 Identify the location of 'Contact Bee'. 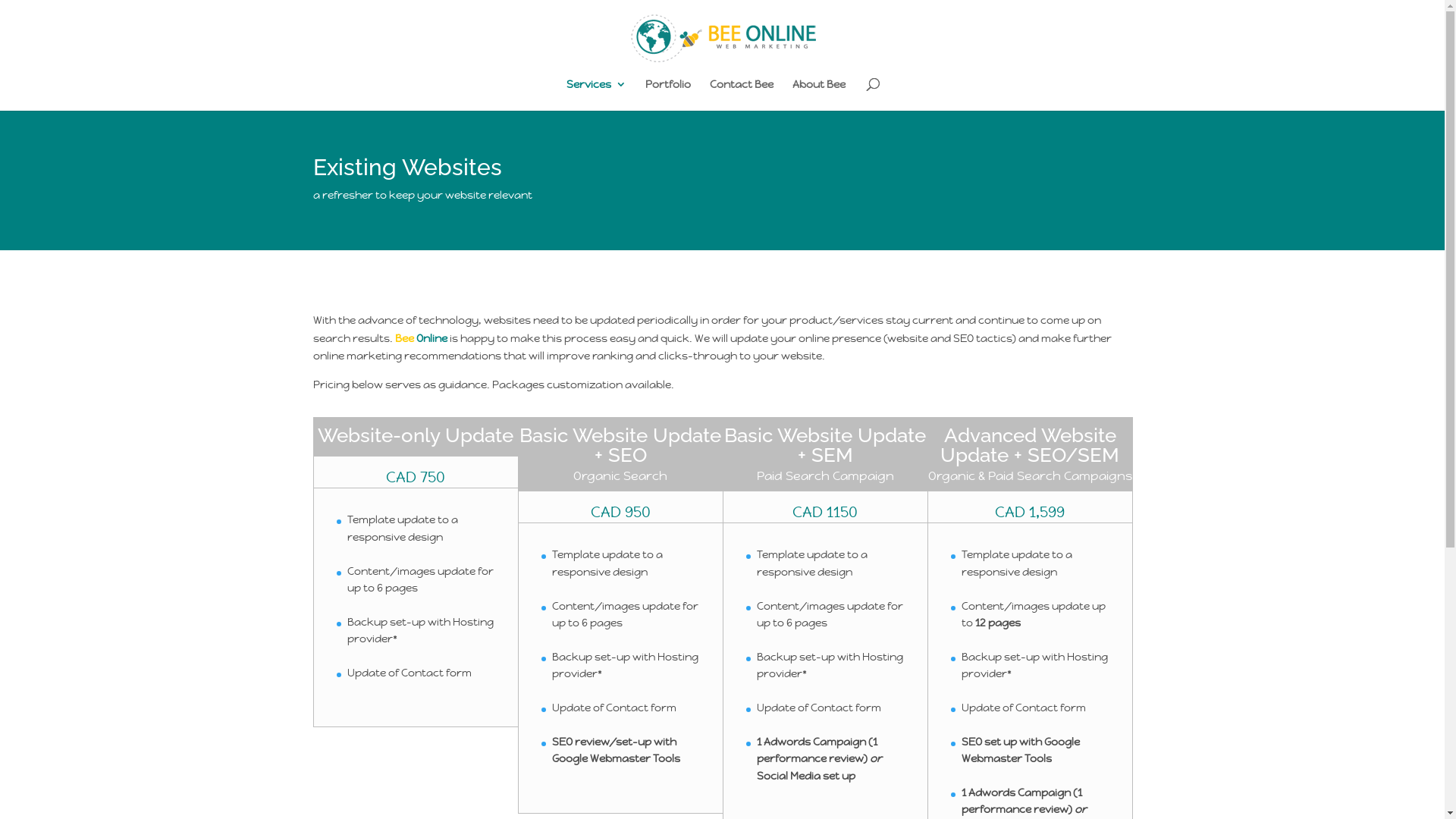
(742, 94).